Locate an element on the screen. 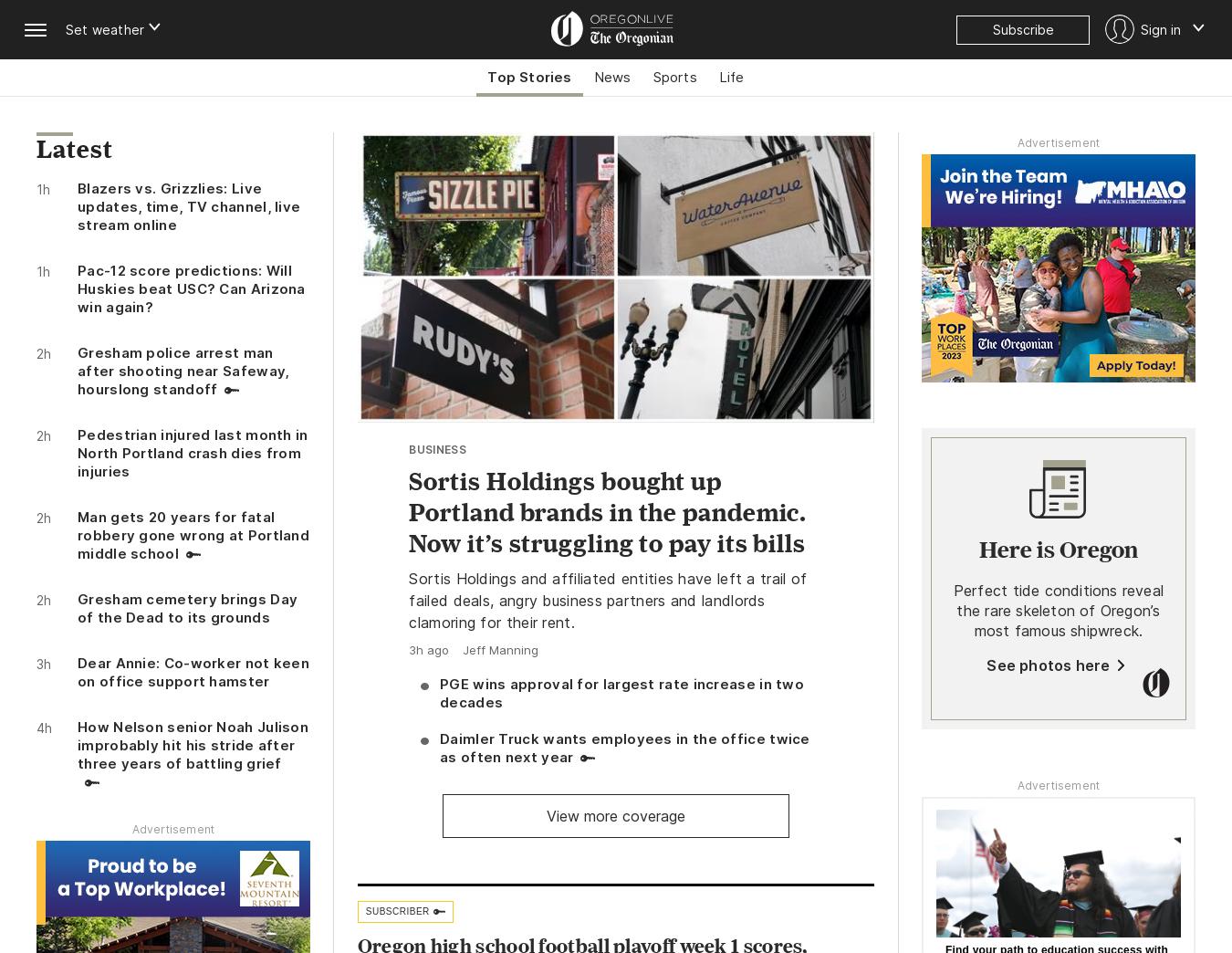  'See photos here' is located at coordinates (1047, 665).